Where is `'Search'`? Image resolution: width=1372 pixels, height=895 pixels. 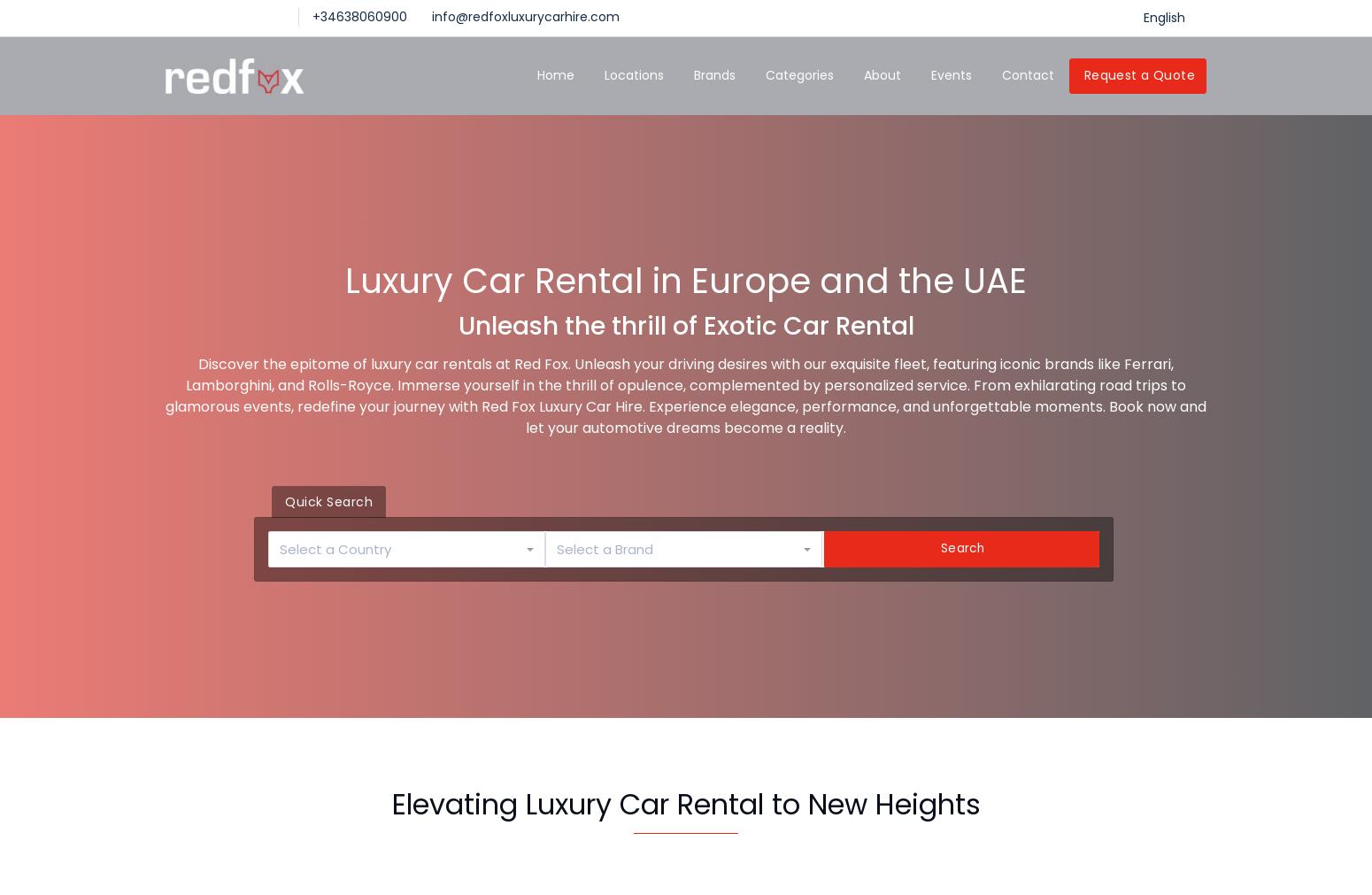 'Search' is located at coordinates (940, 548).